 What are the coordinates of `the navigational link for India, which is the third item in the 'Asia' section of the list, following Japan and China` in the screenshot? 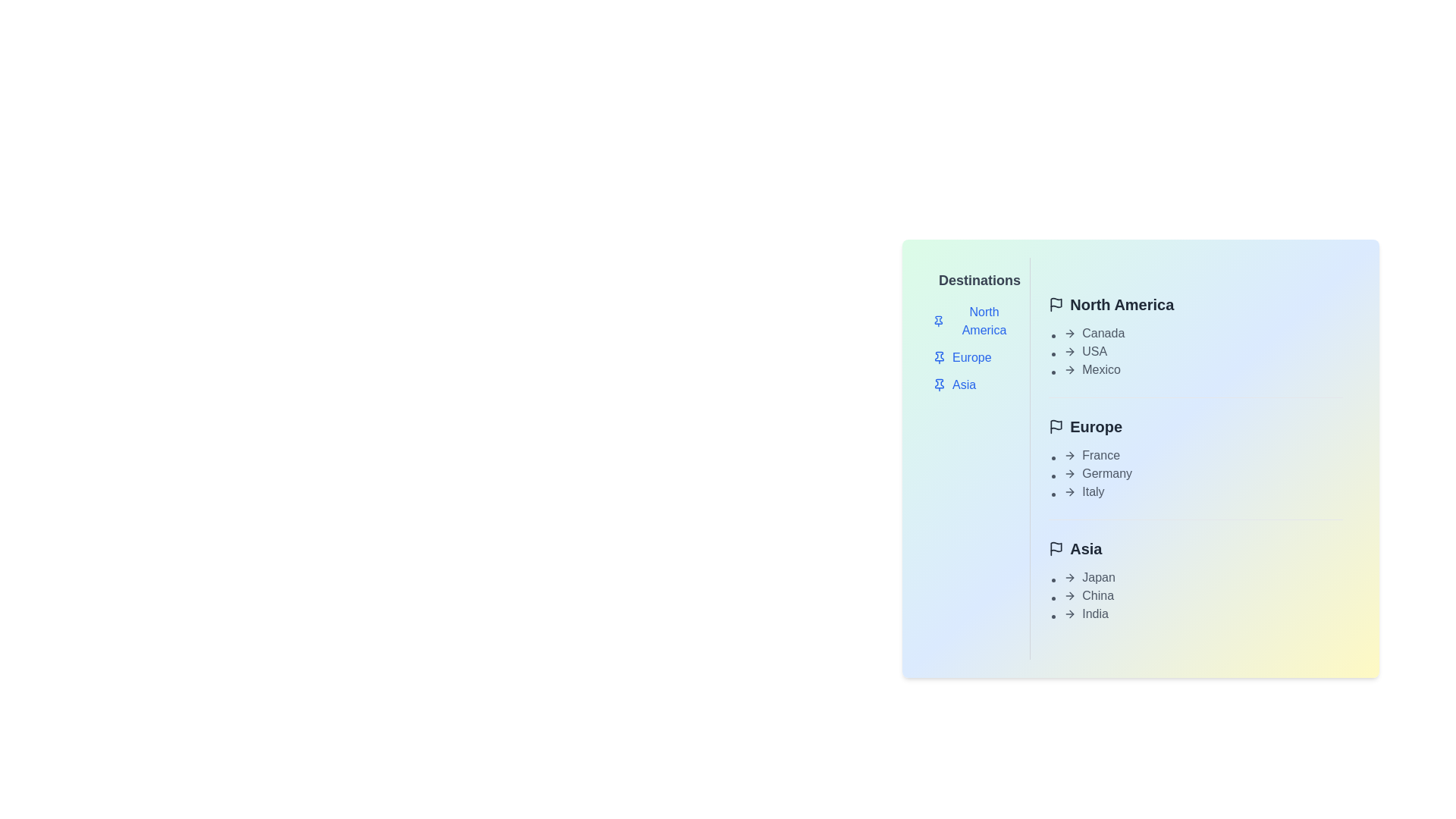 It's located at (1203, 614).